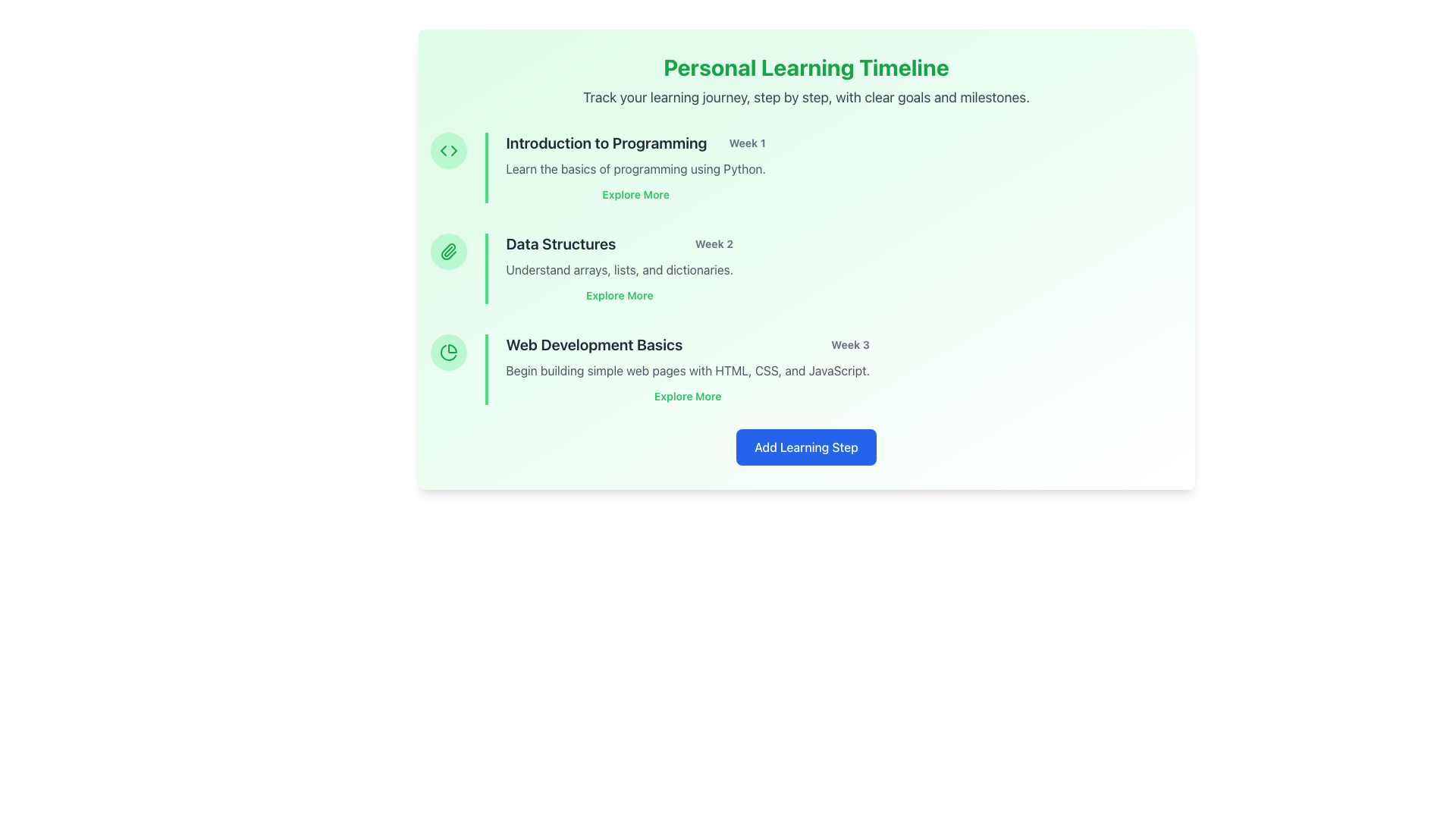  Describe the element at coordinates (447, 250) in the screenshot. I see `the 'Data Structures' module icon, which is positioned to the left of the corresponding learning step in the second position of the list` at that location.